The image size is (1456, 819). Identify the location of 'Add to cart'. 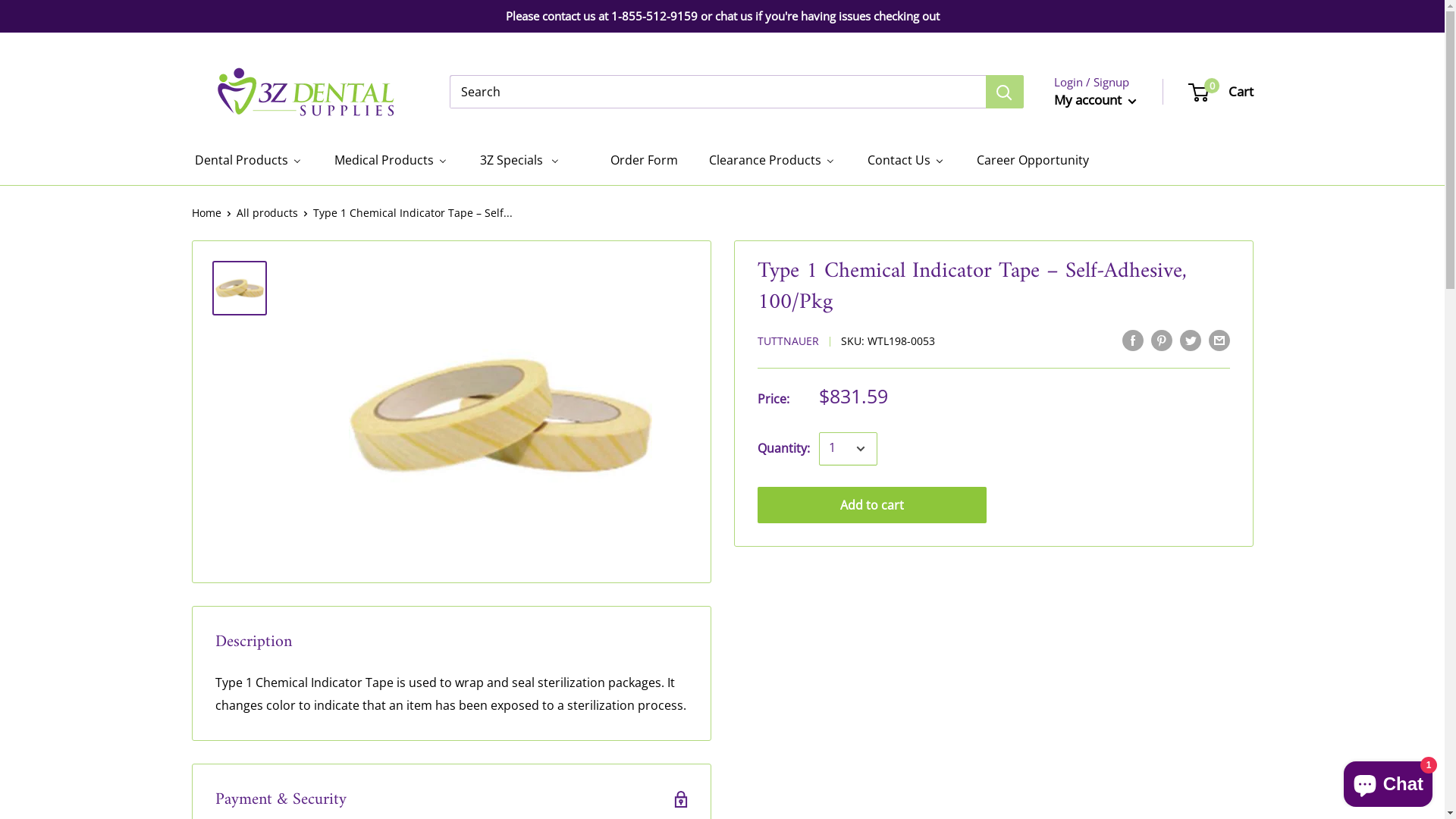
(871, 505).